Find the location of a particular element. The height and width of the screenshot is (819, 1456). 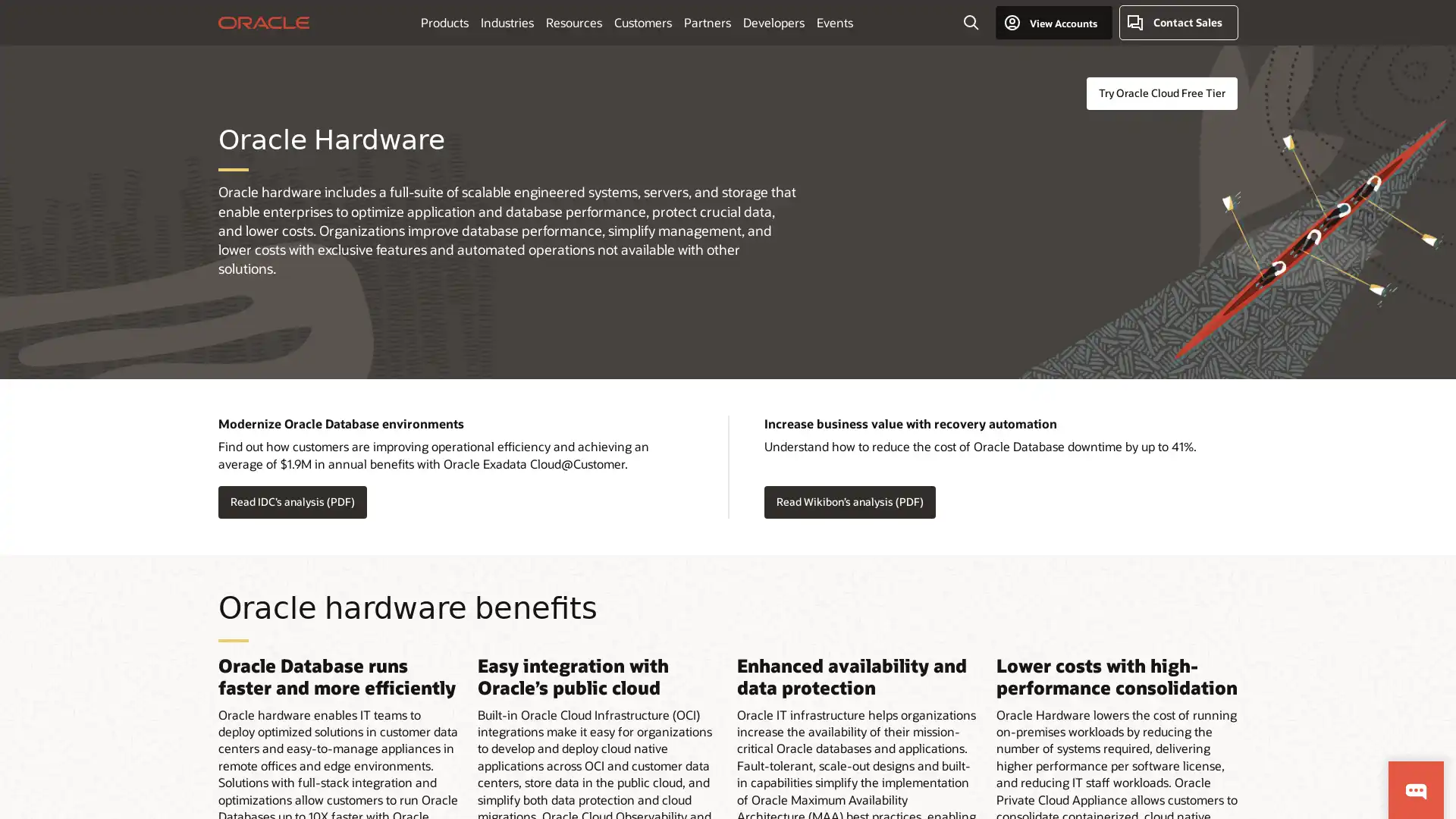

Products is located at coordinates (443, 22).